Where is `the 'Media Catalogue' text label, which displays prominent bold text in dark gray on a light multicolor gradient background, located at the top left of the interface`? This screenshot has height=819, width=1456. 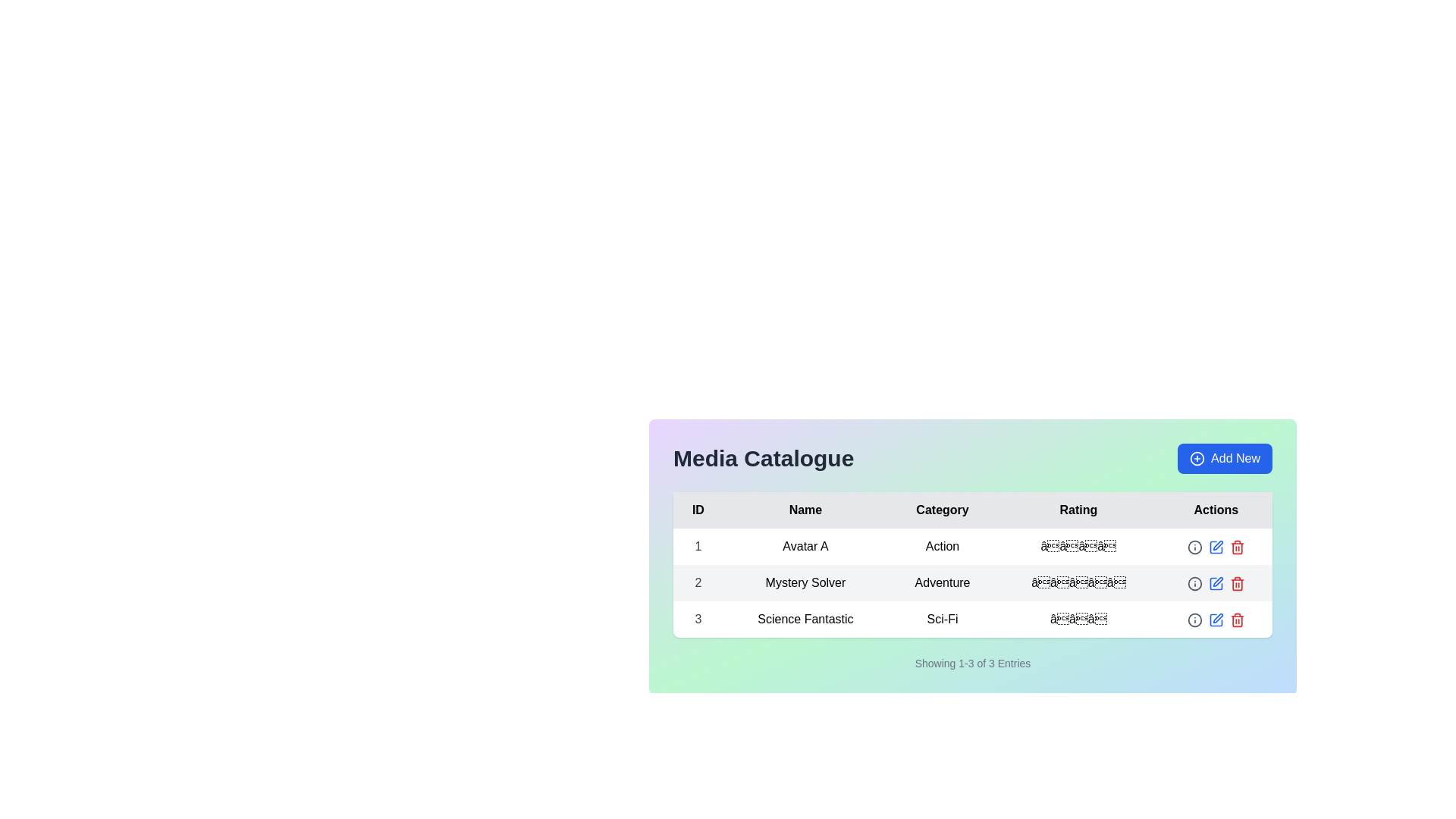
the 'Media Catalogue' text label, which displays prominent bold text in dark gray on a light multicolor gradient background, located at the top left of the interface is located at coordinates (764, 458).